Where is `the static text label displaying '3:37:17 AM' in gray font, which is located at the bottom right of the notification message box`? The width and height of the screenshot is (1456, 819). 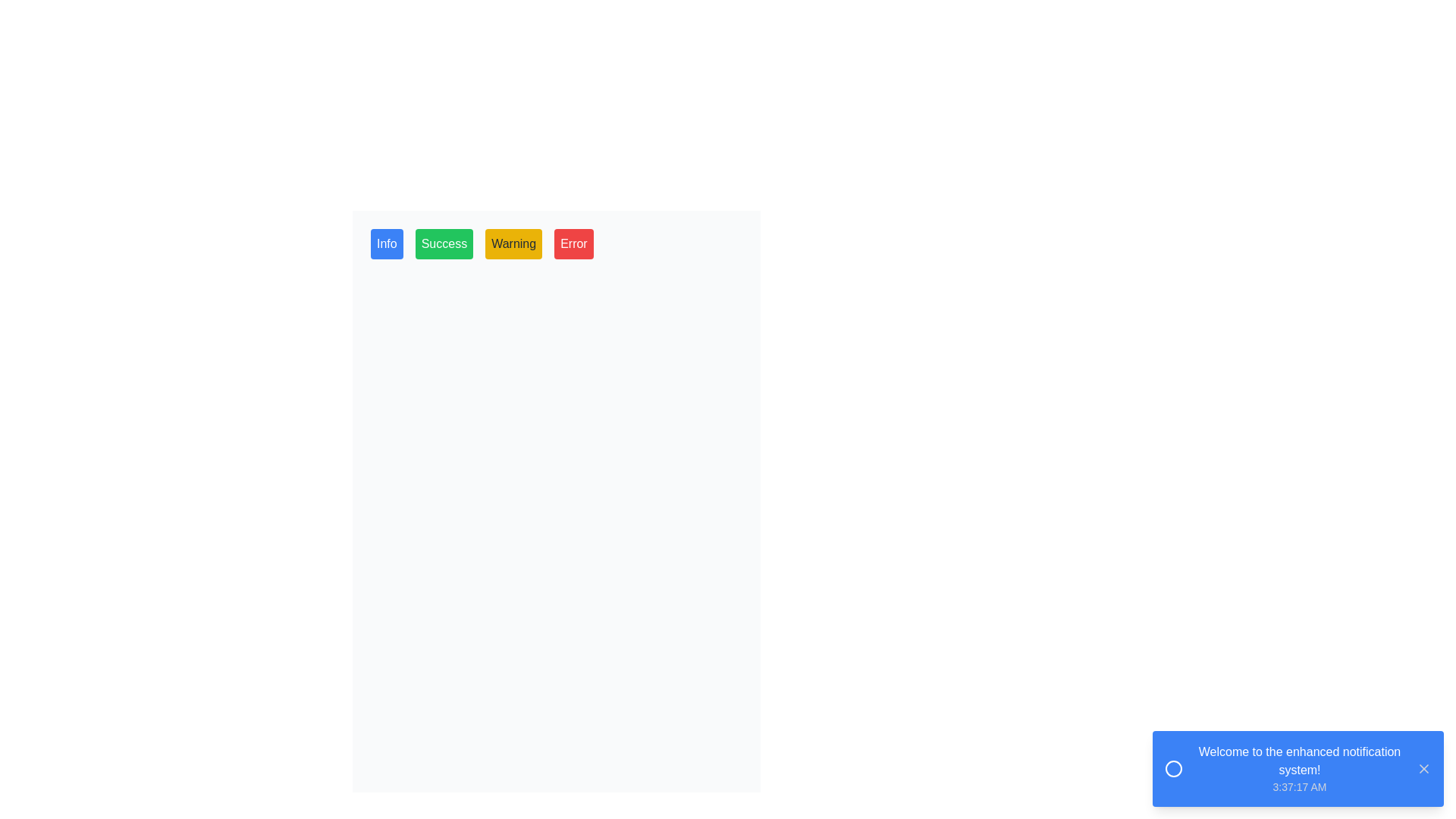 the static text label displaying '3:37:17 AM' in gray font, which is located at the bottom right of the notification message box is located at coordinates (1298, 786).